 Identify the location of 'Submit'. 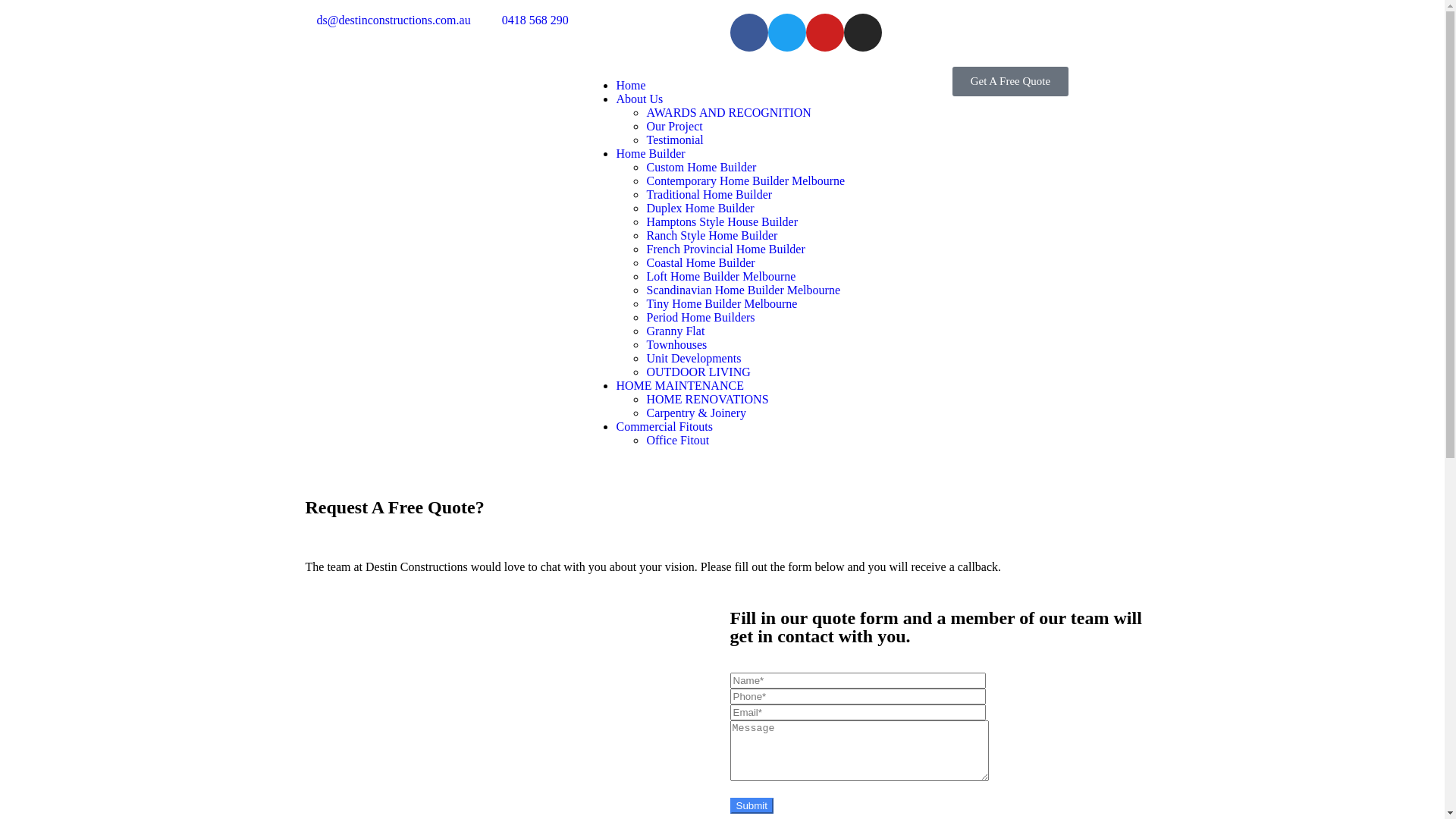
(751, 805).